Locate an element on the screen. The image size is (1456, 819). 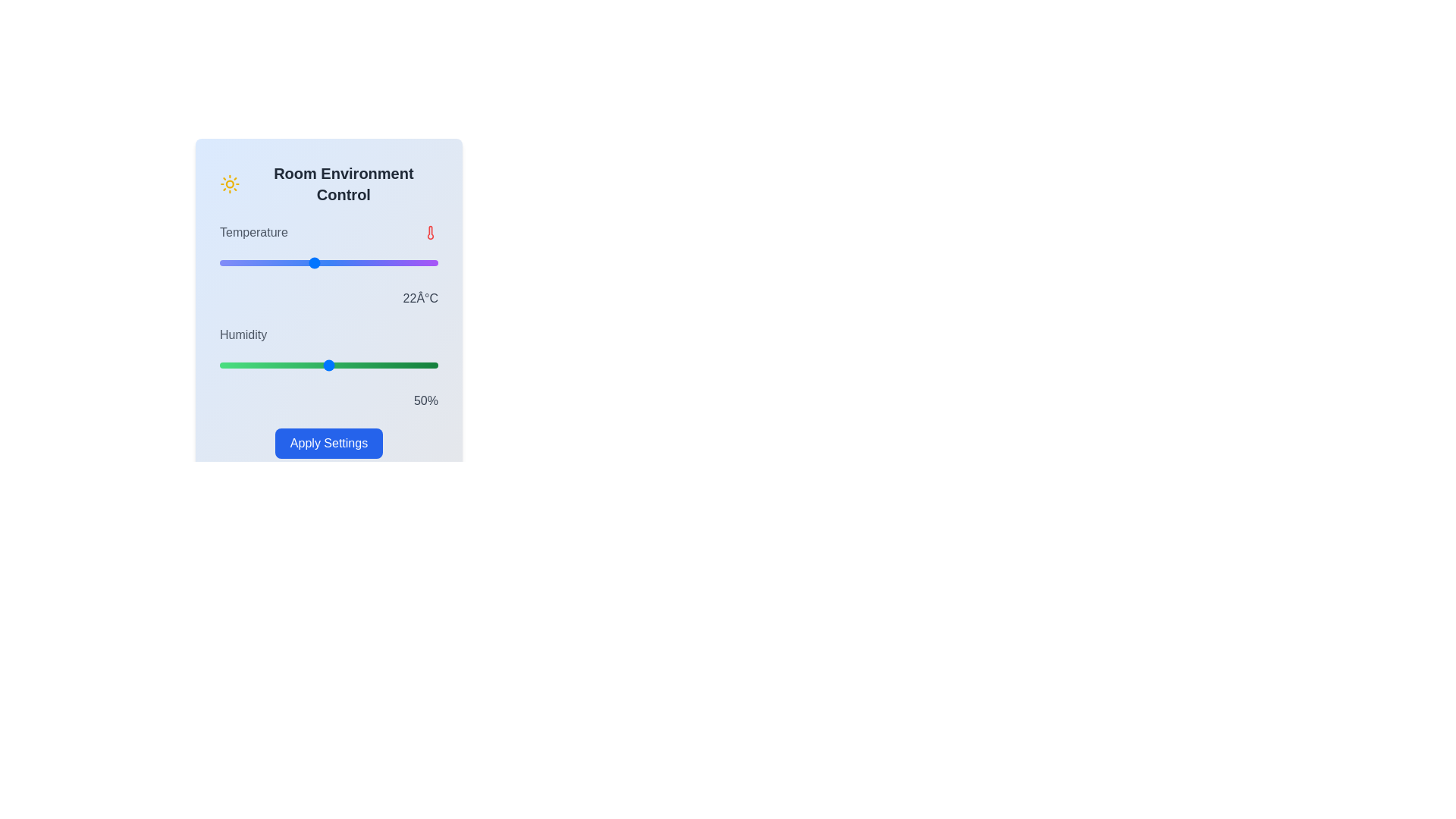
the humidity slider to set the humidity to 1% is located at coordinates (221, 366).